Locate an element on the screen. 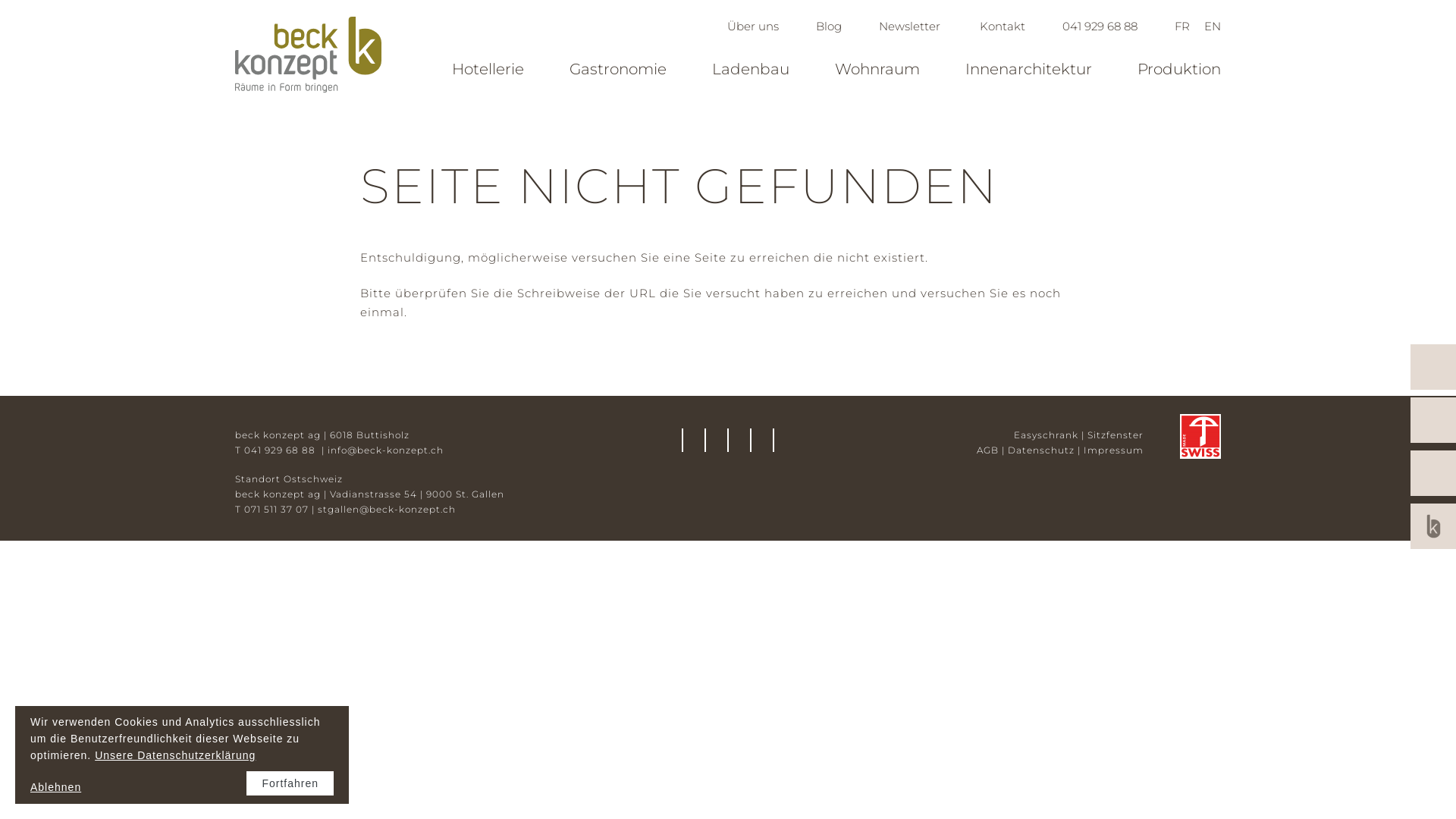 The image size is (1456, 819). 'Sitzfenster' is located at coordinates (1115, 435).